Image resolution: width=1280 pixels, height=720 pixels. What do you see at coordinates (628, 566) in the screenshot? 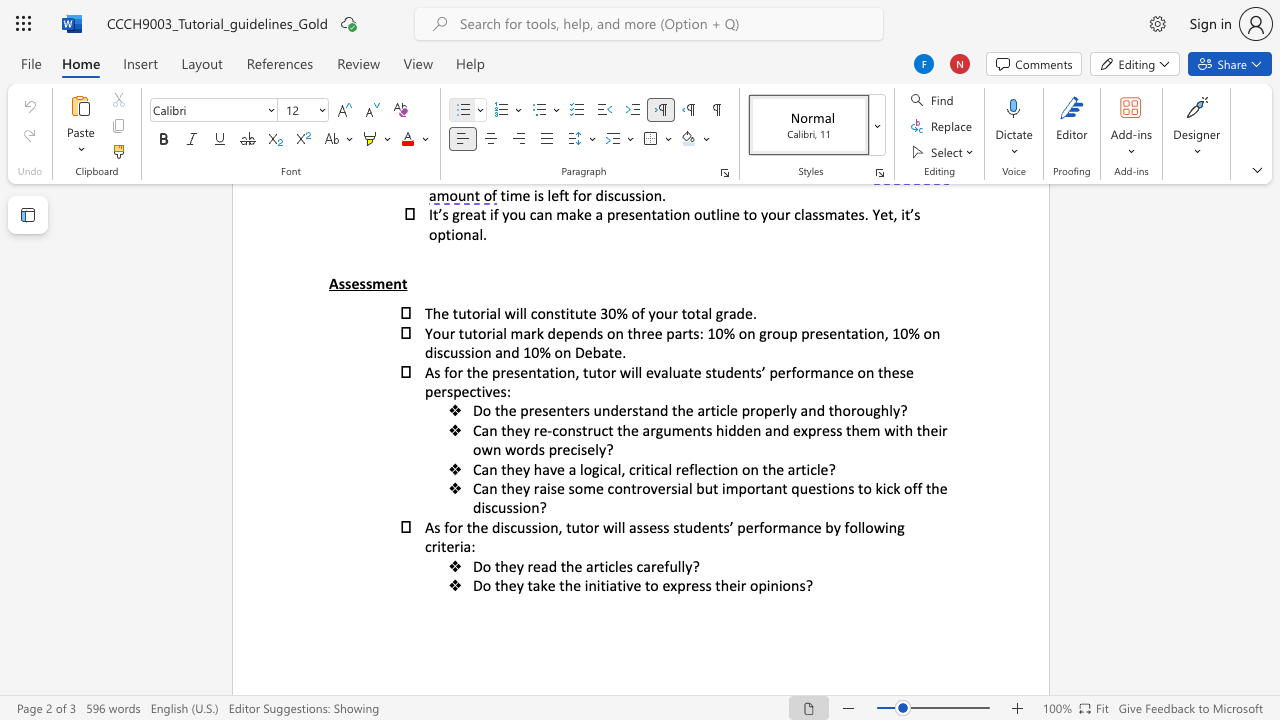
I see `the 1th character "s" in the text` at bounding box center [628, 566].